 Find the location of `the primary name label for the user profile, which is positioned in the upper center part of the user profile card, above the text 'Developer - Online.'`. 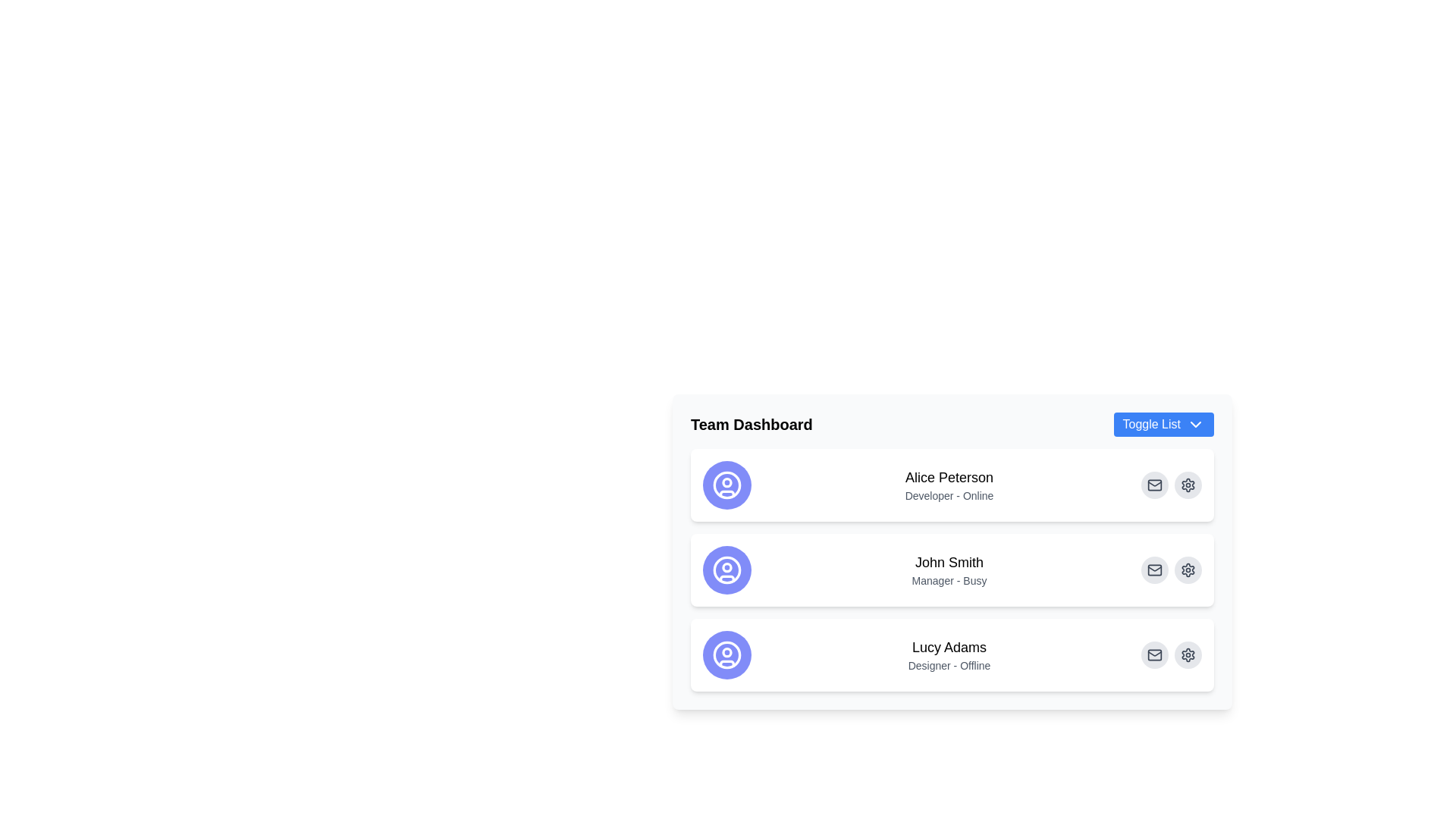

the primary name label for the user profile, which is positioned in the upper center part of the user profile card, above the text 'Developer - Online.' is located at coordinates (949, 476).